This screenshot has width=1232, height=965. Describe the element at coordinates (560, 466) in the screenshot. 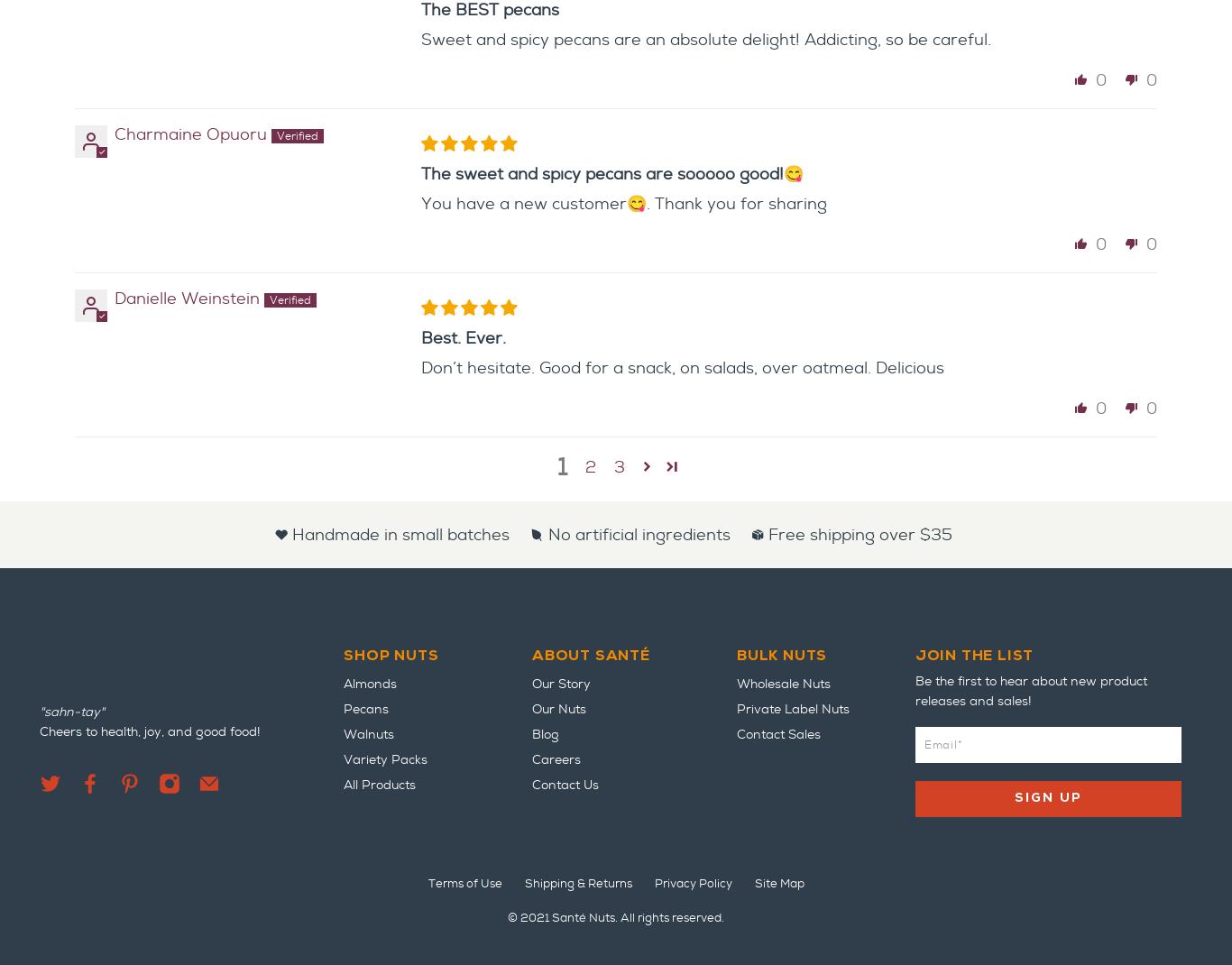

I see `'1'` at that location.